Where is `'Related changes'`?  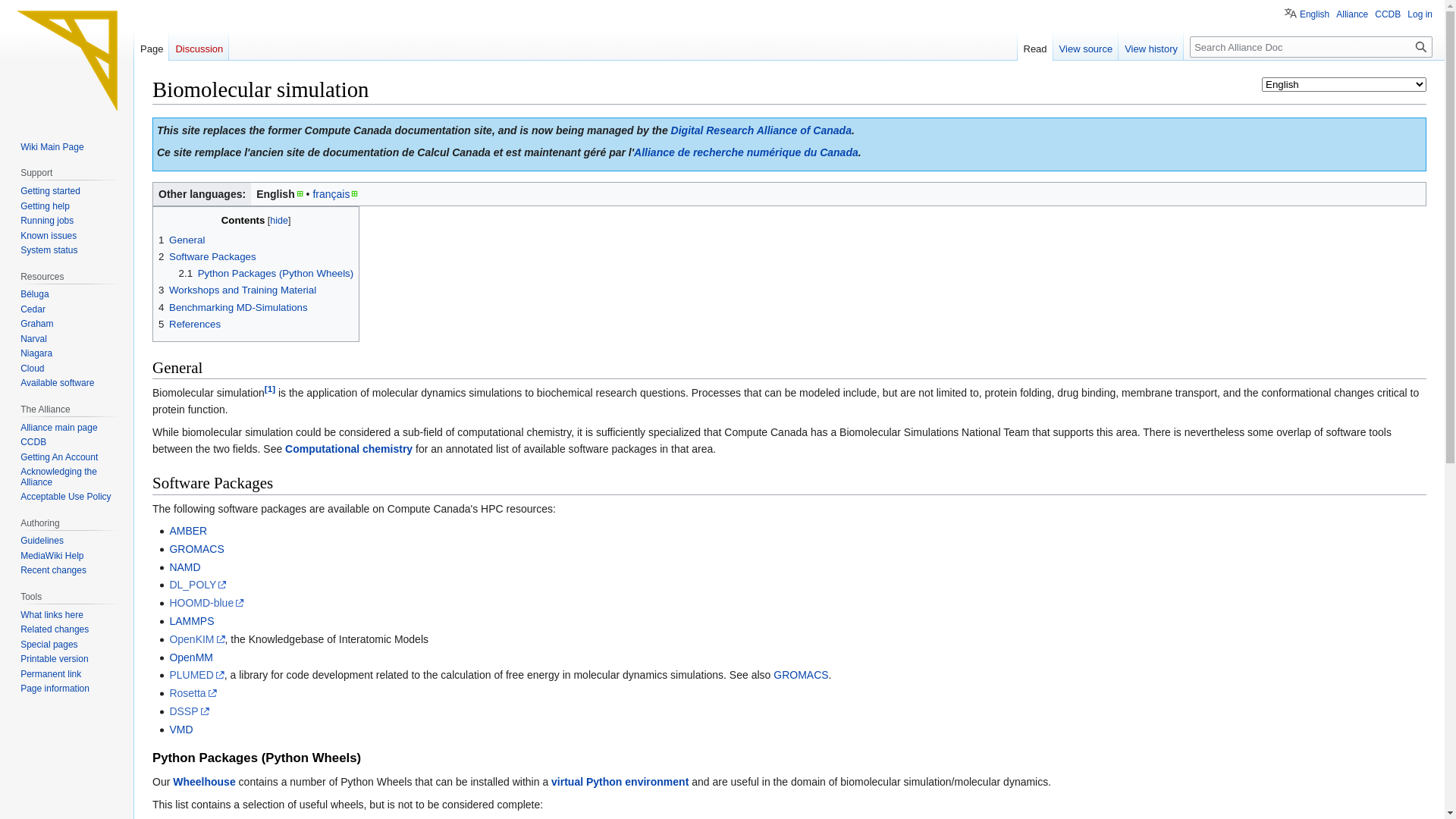 'Related changes' is located at coordinates (55, 629).